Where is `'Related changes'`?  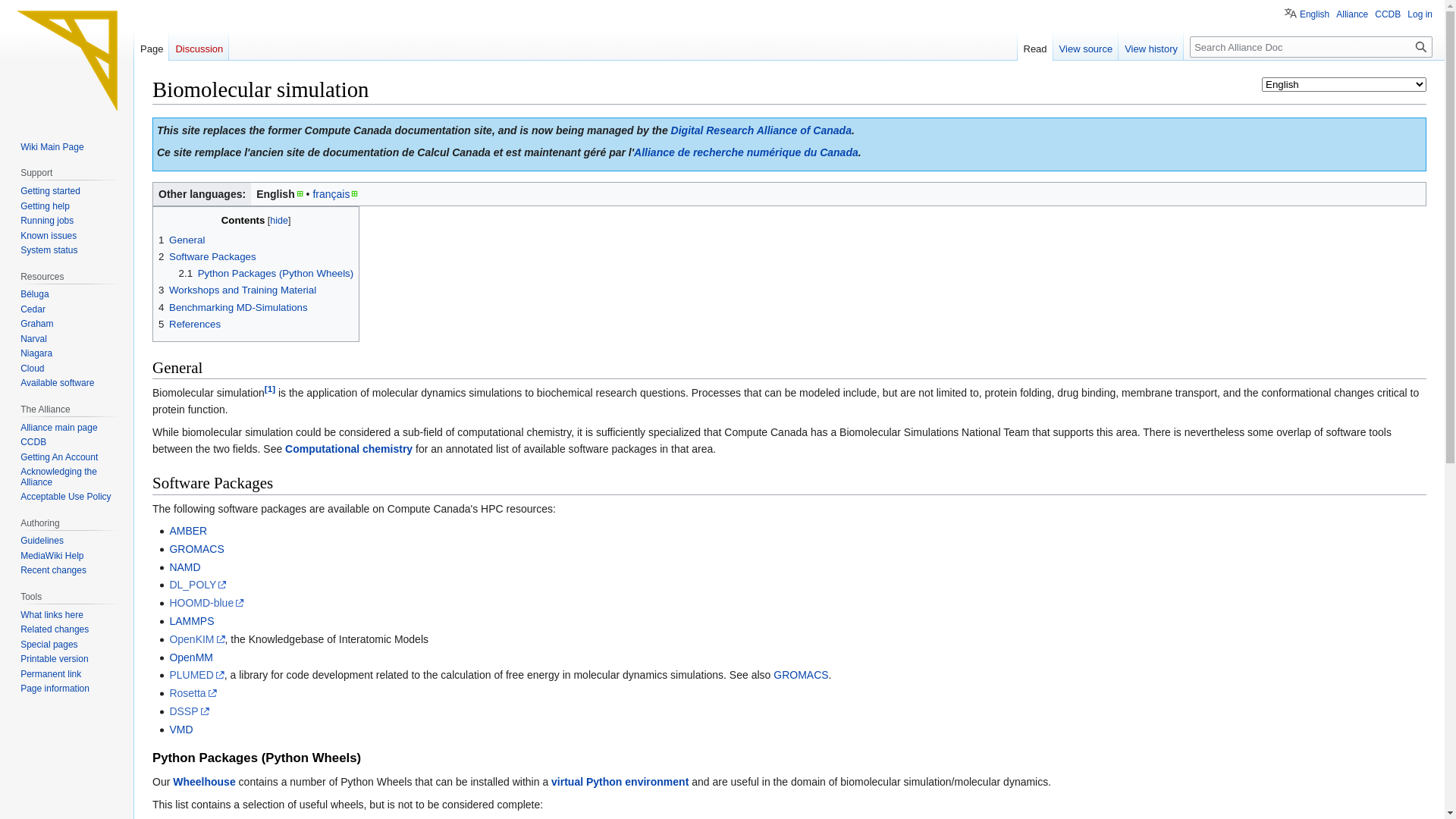 'Related changes' is located at coordinates (55, 629).